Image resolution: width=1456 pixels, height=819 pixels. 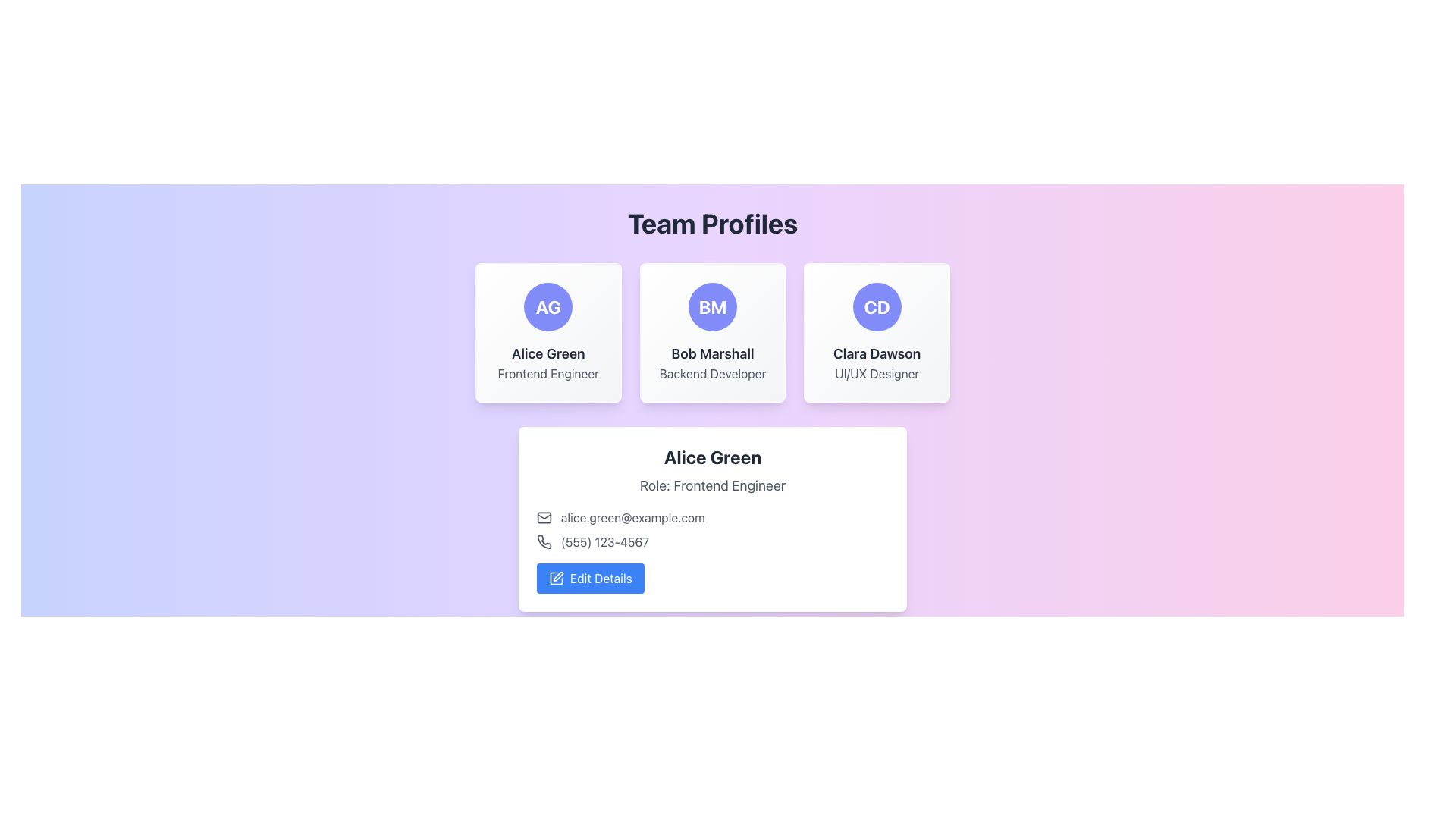 I want to click on the static text label displaying 'Frontend Engineer' below the name 'Alice Green' in the user profile card, so click(x=548, y=374).